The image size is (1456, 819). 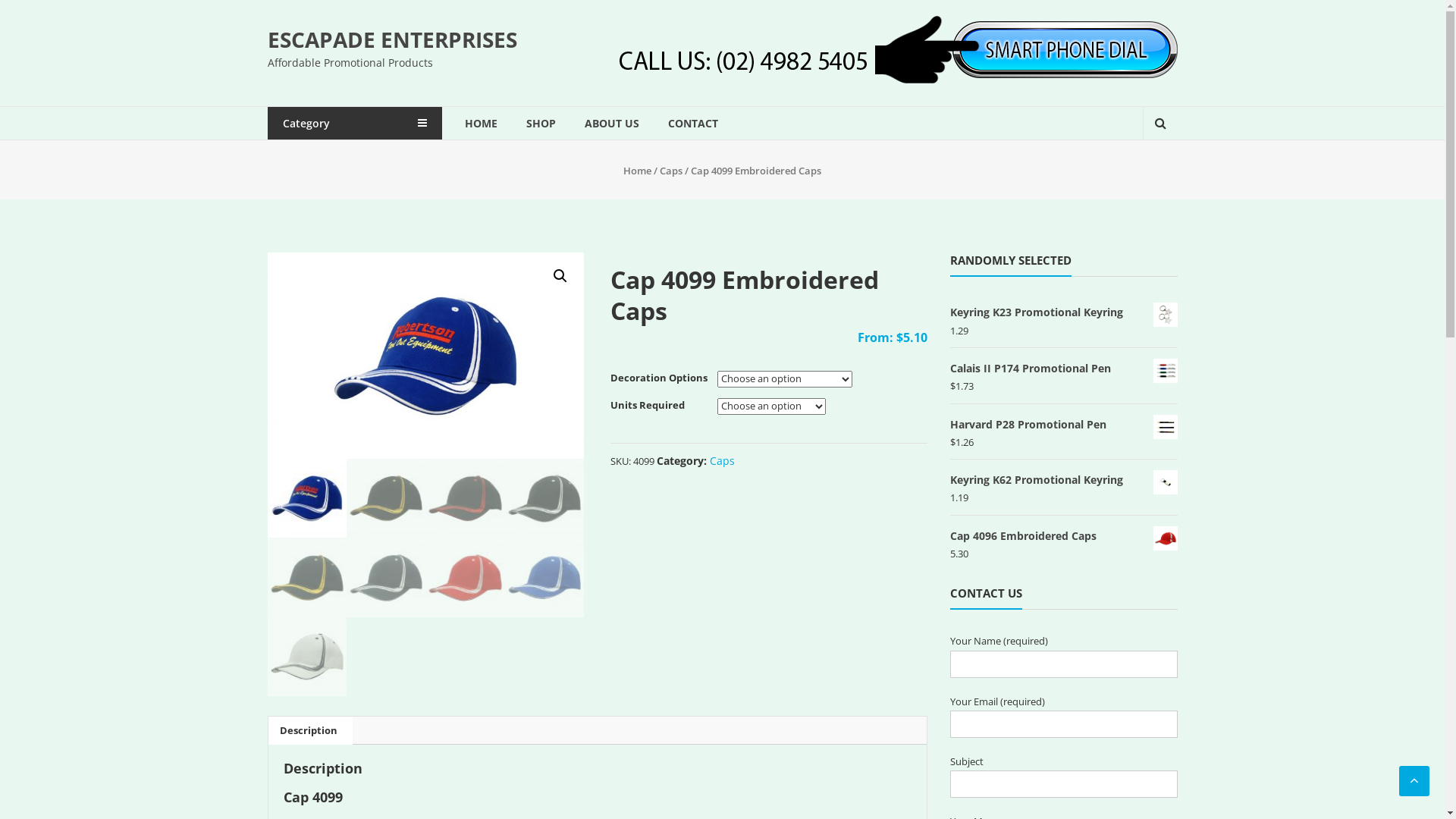 What do you see at coordinates (691, 122) in the screenshot?
I see `'CONTACT'` at bounding box center [691, 122].